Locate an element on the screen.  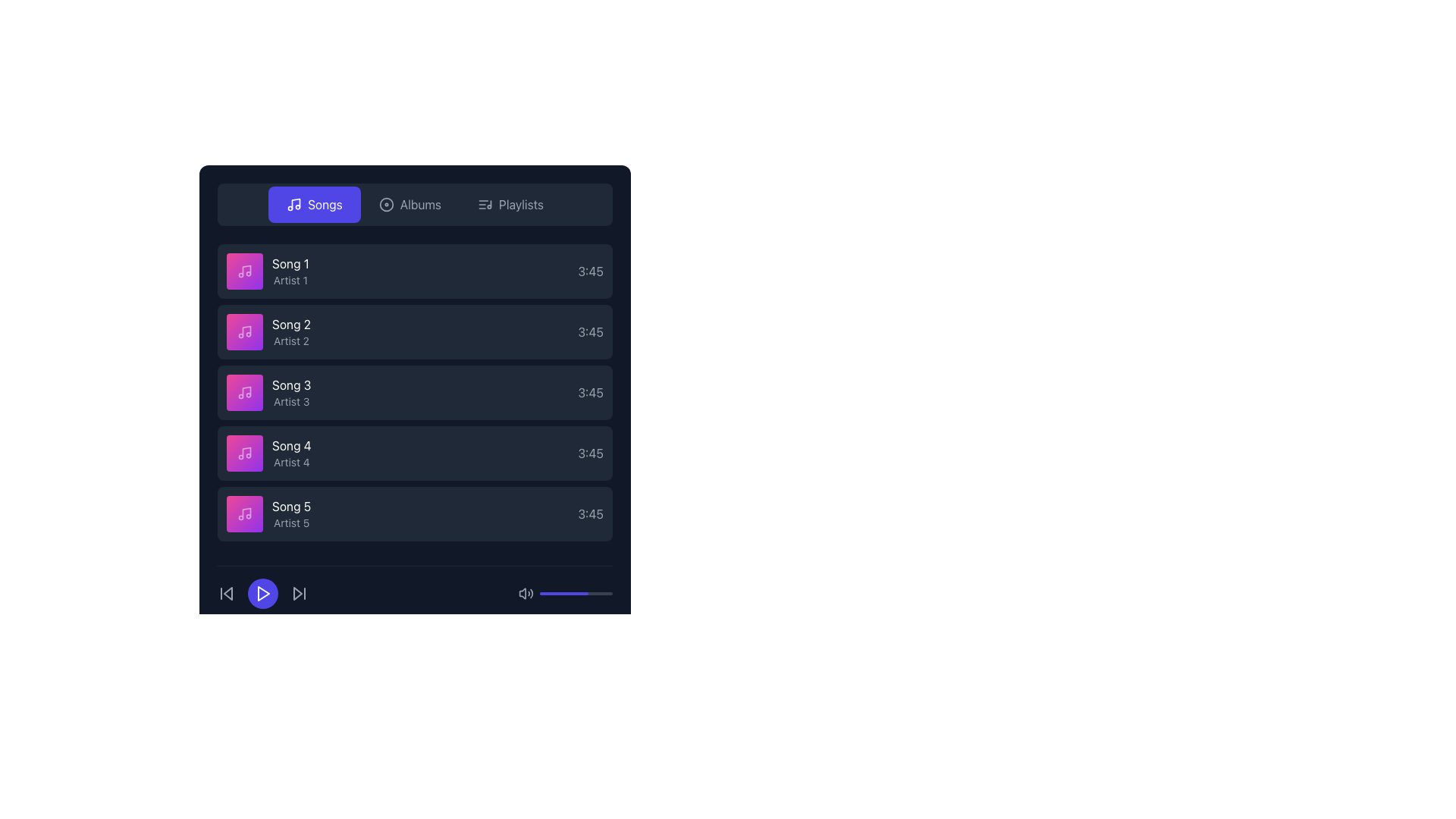
the static text displaying the duration of the second song in the playlist, located in the rightmost section of the second item in the vertical list of songs is located at coordinates (590, 331).